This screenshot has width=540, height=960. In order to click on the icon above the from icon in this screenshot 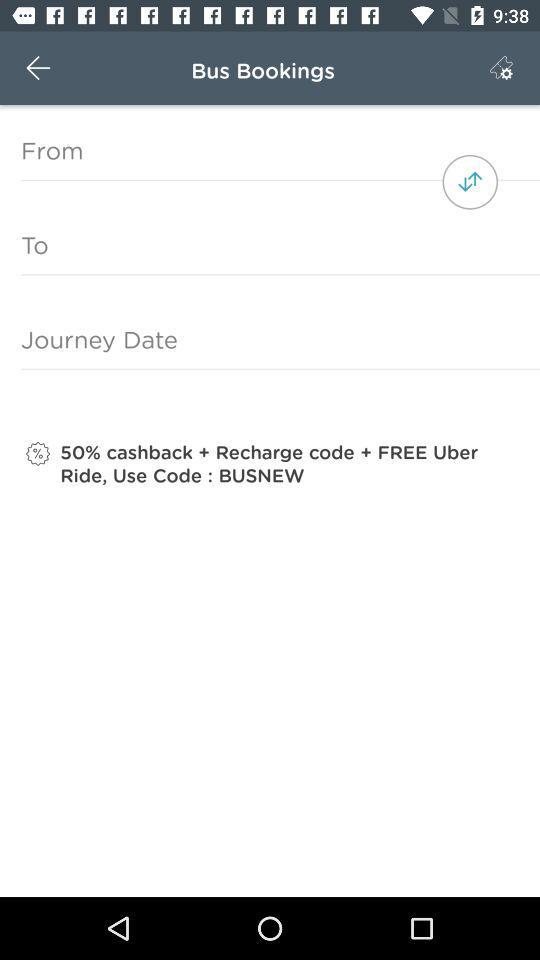, I will do `click(38, 68)`.